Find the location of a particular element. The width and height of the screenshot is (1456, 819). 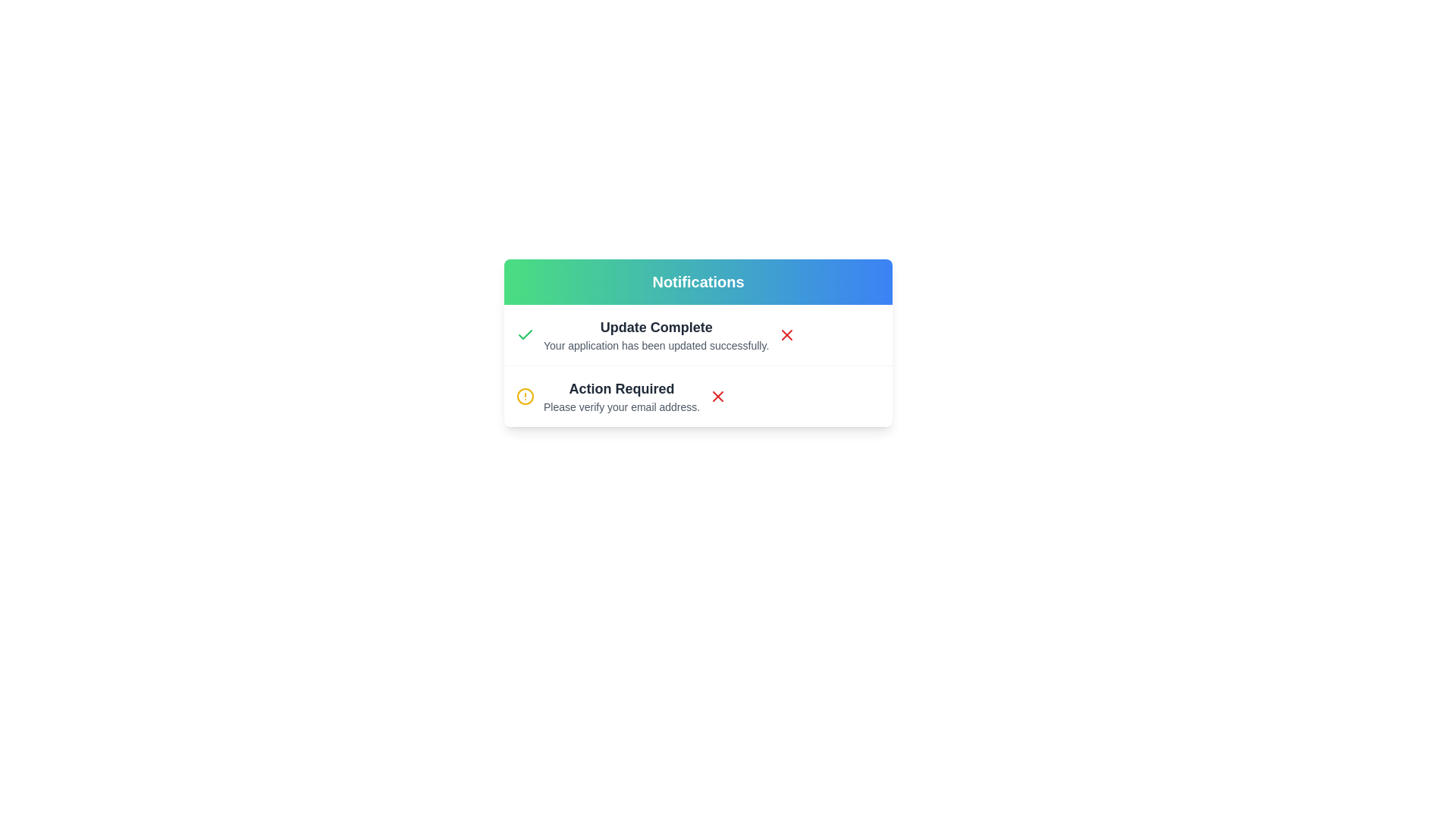

the bold text label reading 'Action Required' within the notification card interface is located at coordinates (622, 388).